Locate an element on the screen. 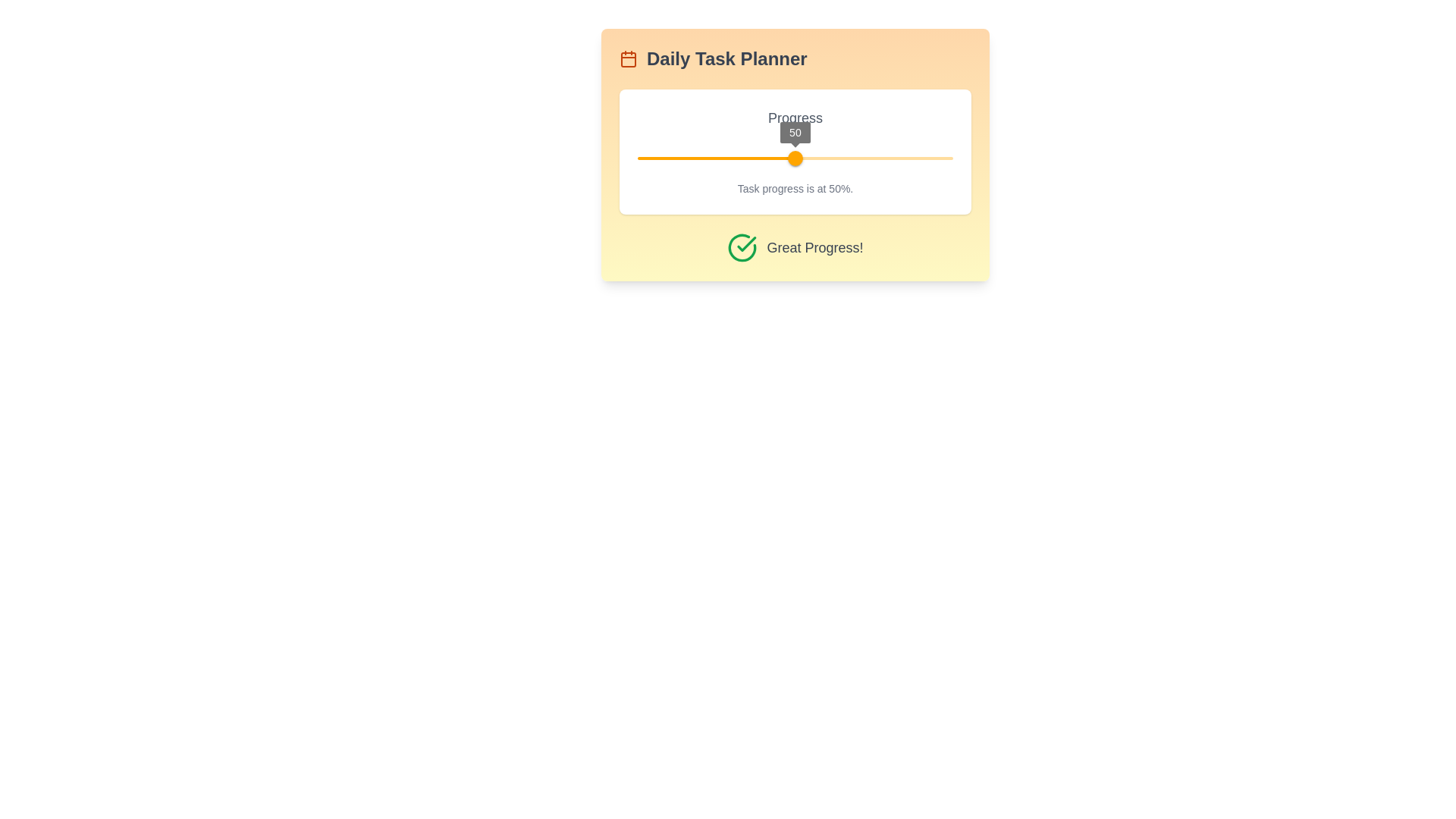 The height and width of the screenshot is (819, 1456). text that serves as the title for the daily task planner section, located to the right of a small calendar icon at the top of the card-like component is located at coordinates (726, 58).